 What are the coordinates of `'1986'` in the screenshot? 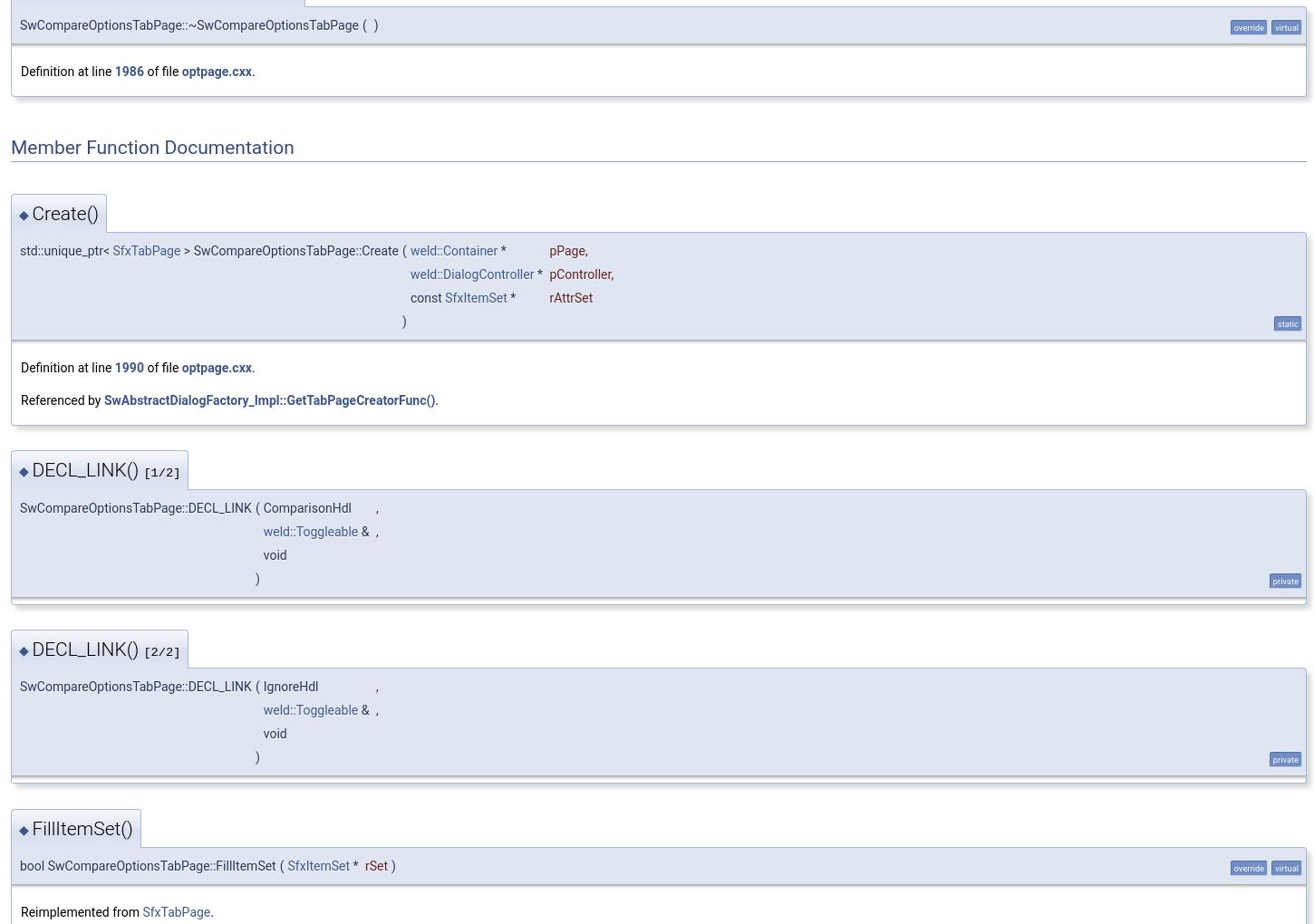 It's located at (127, 72).